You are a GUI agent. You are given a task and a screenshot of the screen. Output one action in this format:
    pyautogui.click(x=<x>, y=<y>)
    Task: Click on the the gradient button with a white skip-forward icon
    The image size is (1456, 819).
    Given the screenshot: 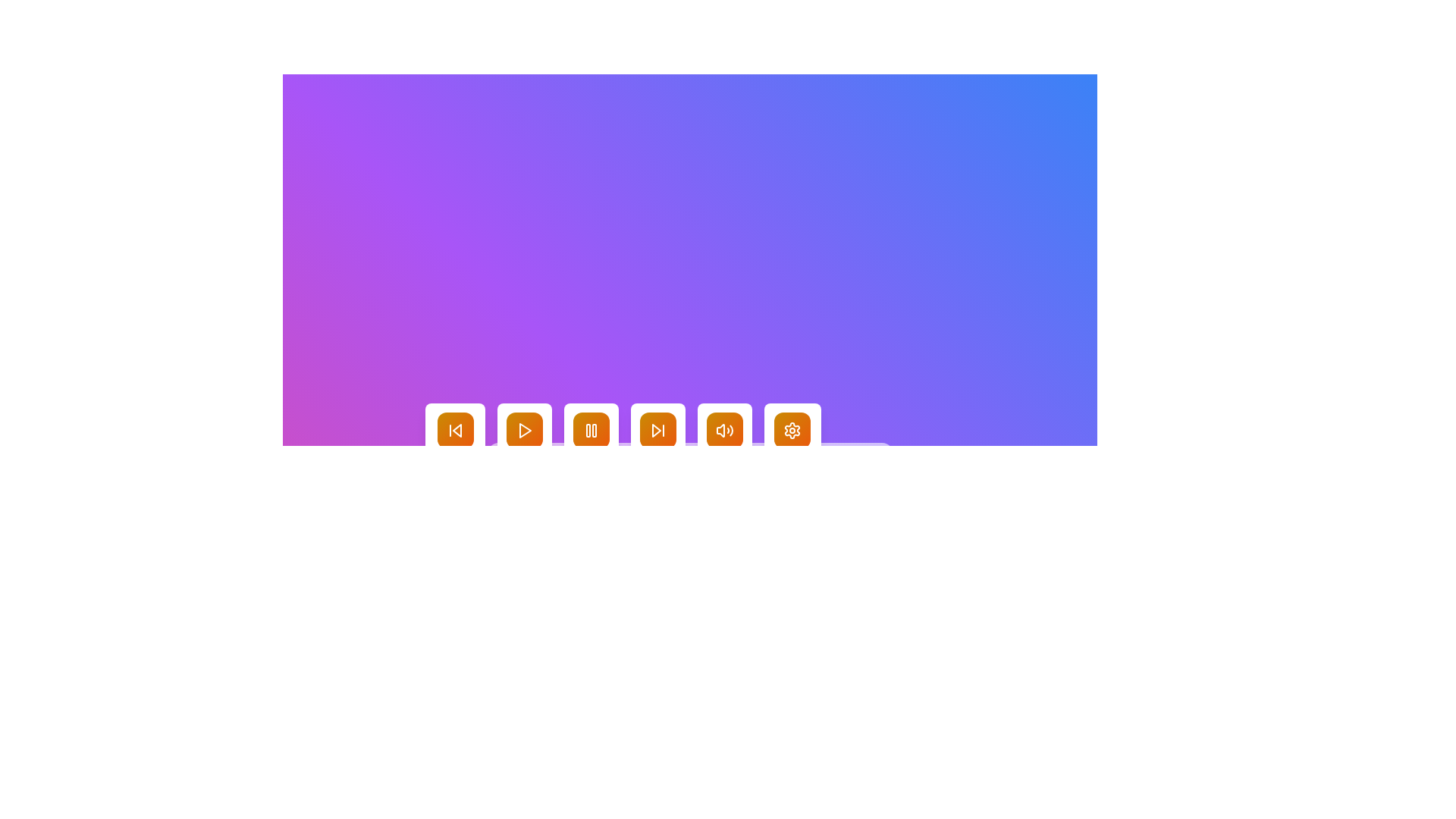 What is the action you would take?
    pyautogui.click(x=657, y=430)
    